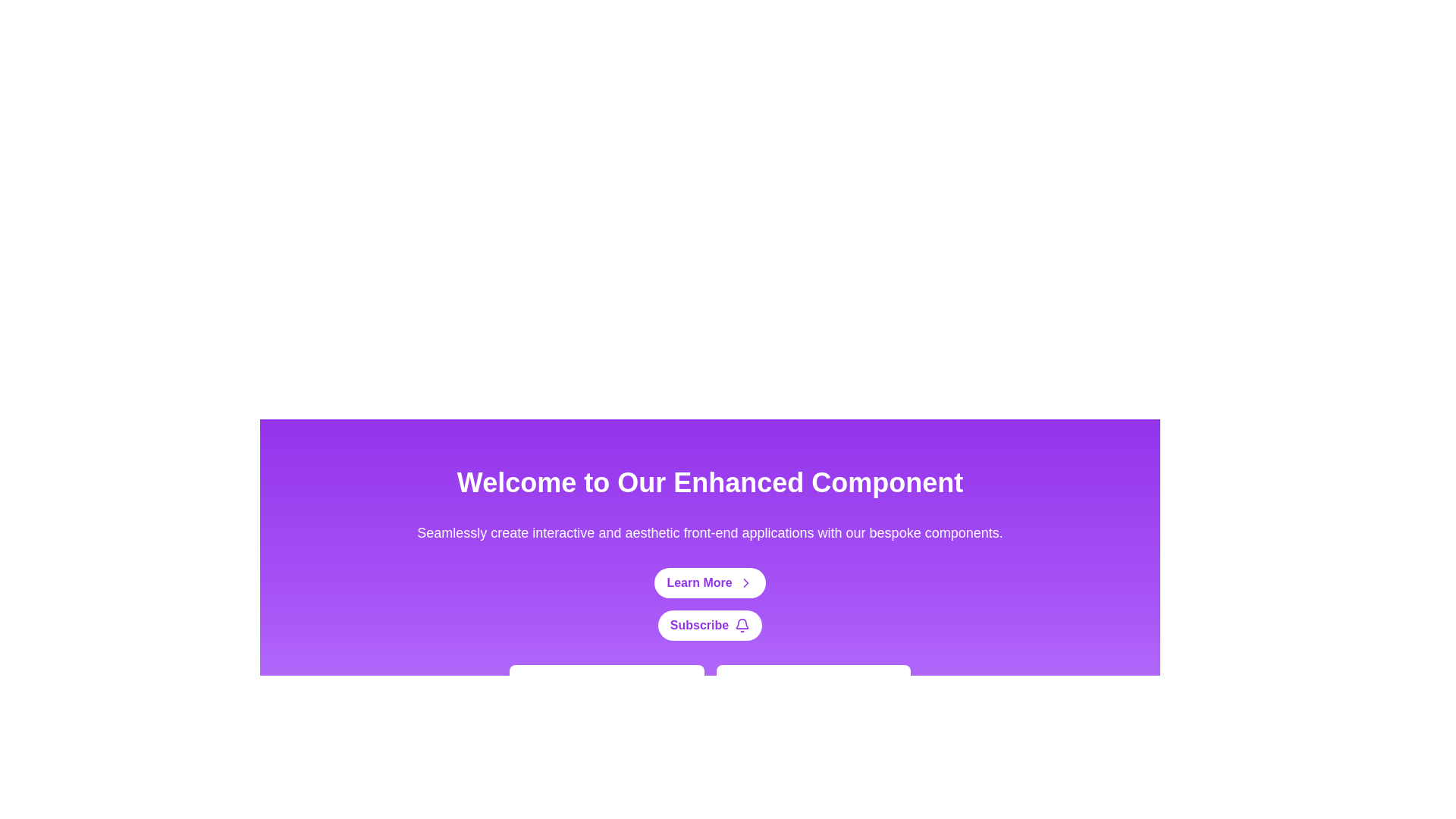 This screenshot has width=1456, height=819. Describe the element at coordinates (742, 626) in the screenshot. I see `the notification icon located to the left of the 'Subscribe' button text, which is situated below the 'Learn More' button` at that location.